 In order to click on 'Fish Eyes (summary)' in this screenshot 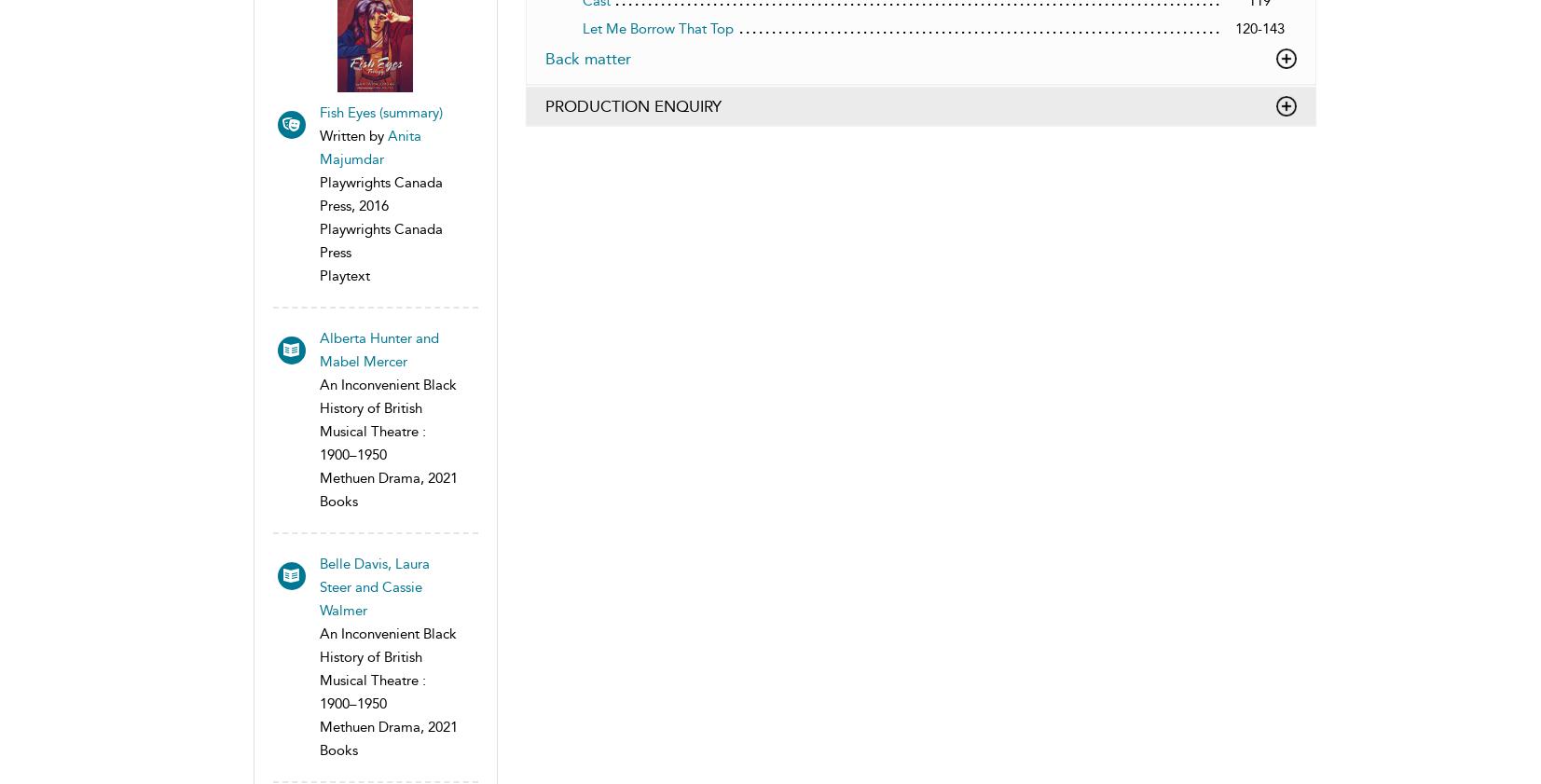, I will do `click(378, 112)`.